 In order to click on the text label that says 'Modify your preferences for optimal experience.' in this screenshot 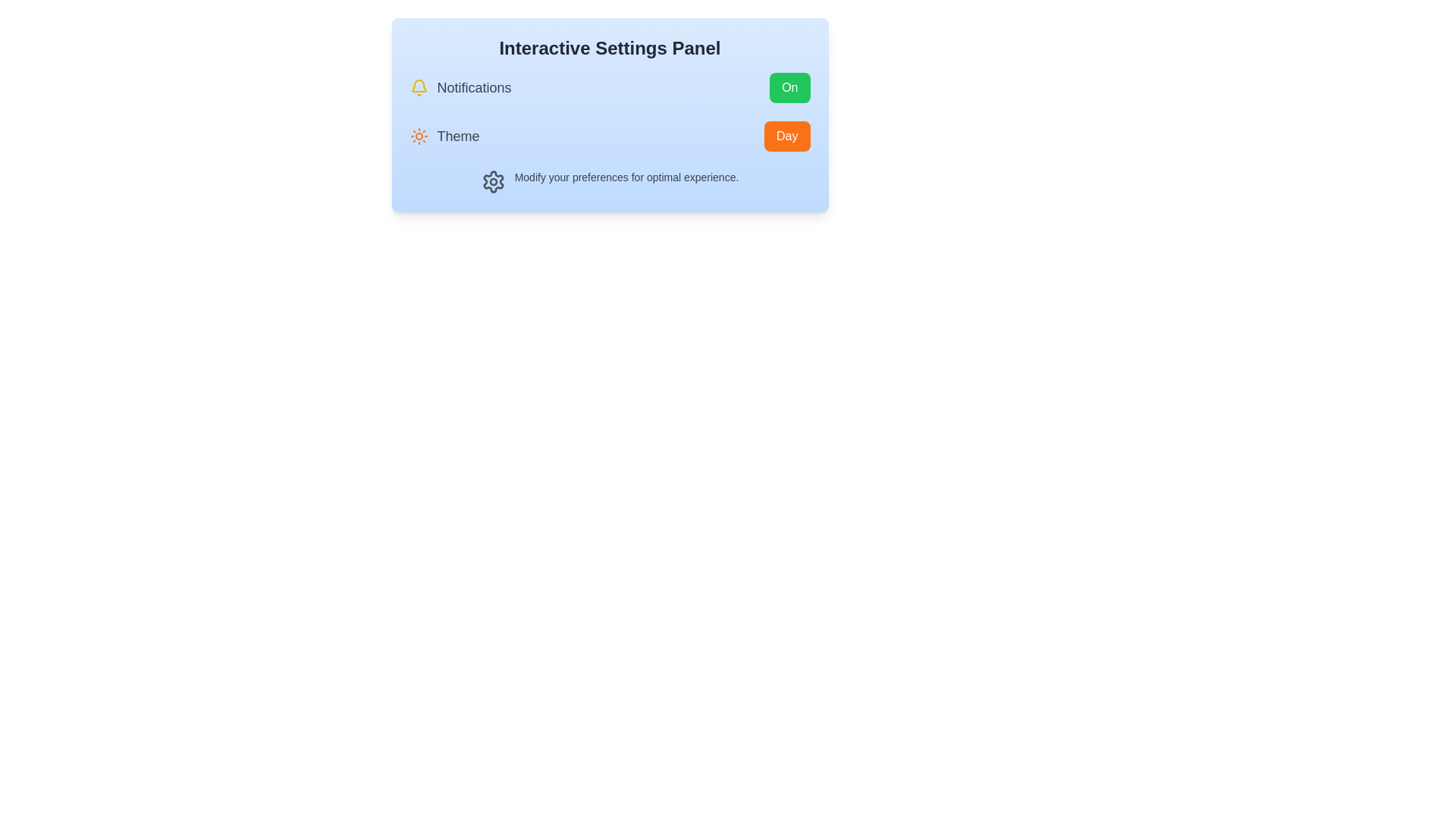, I will do `click(626, 180)`.